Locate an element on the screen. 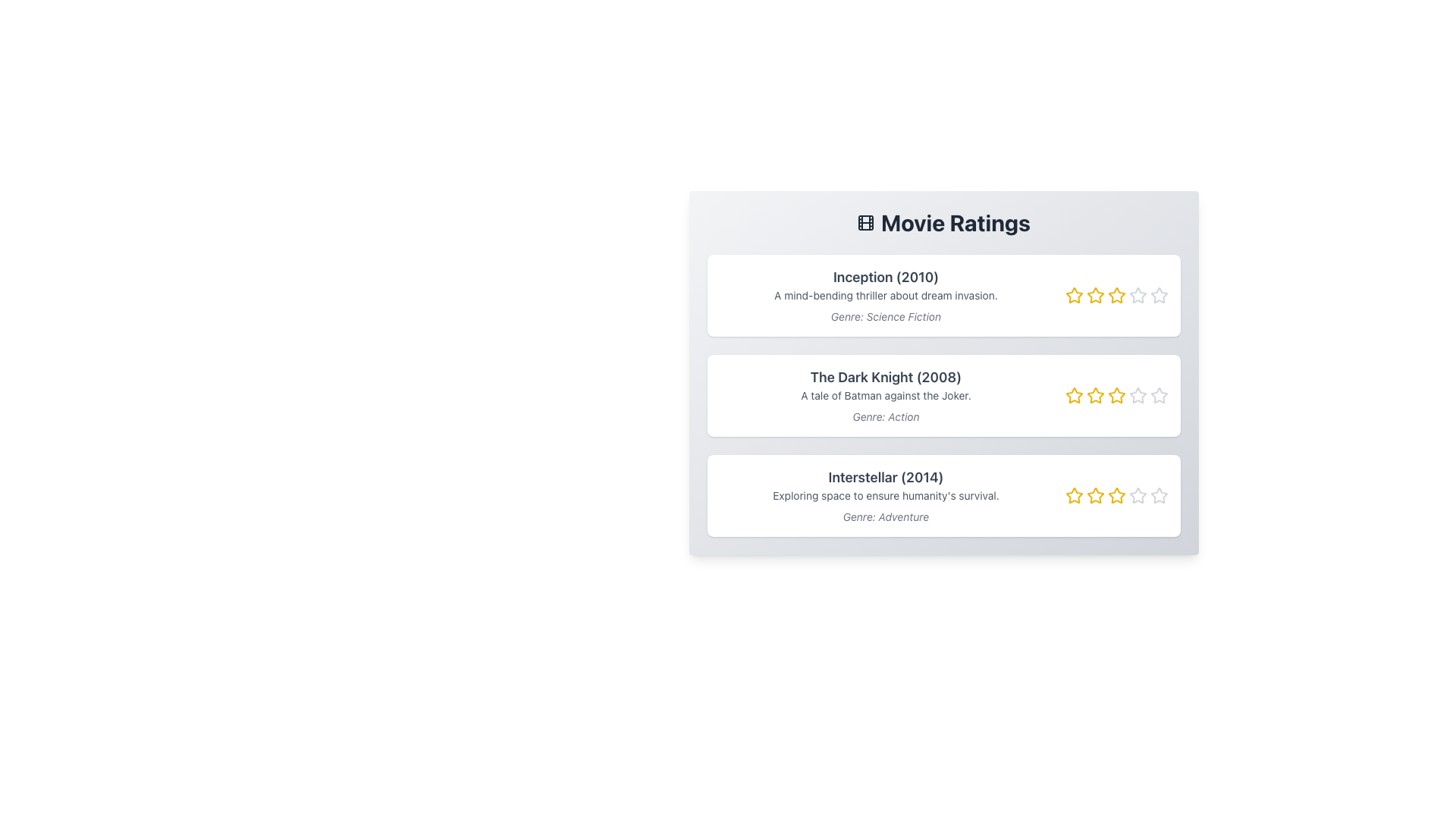 The width and height of the screenshot is (1456, 819). the second yellow star icon in the rating section for the movie 'Interstellar (2014)', which is located below the movie's title and description is located at coordinates (1073, 495).